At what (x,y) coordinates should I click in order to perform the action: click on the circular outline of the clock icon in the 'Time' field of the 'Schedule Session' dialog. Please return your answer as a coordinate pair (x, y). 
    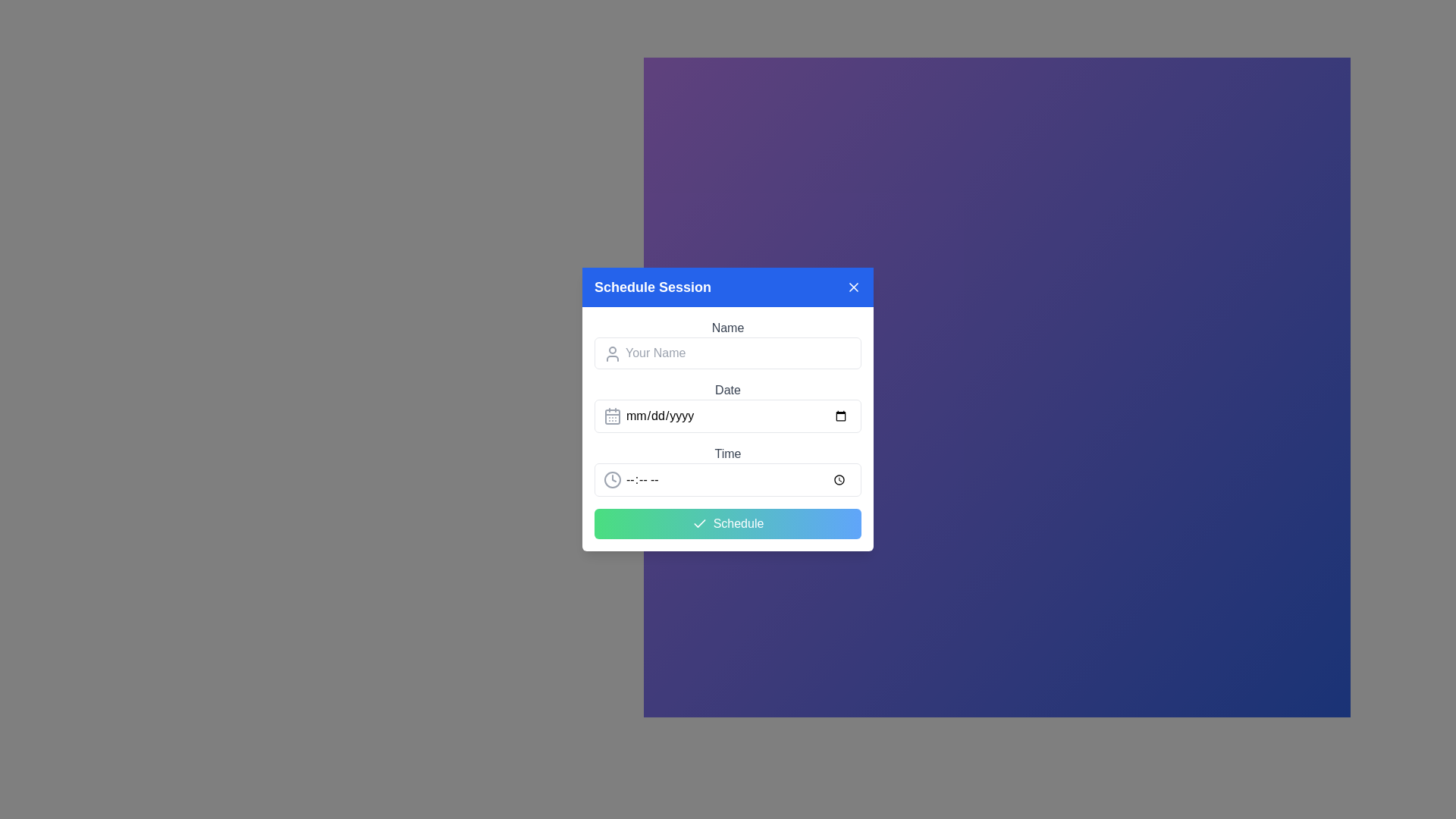
    Looking at the image, I should click on (612, 479).